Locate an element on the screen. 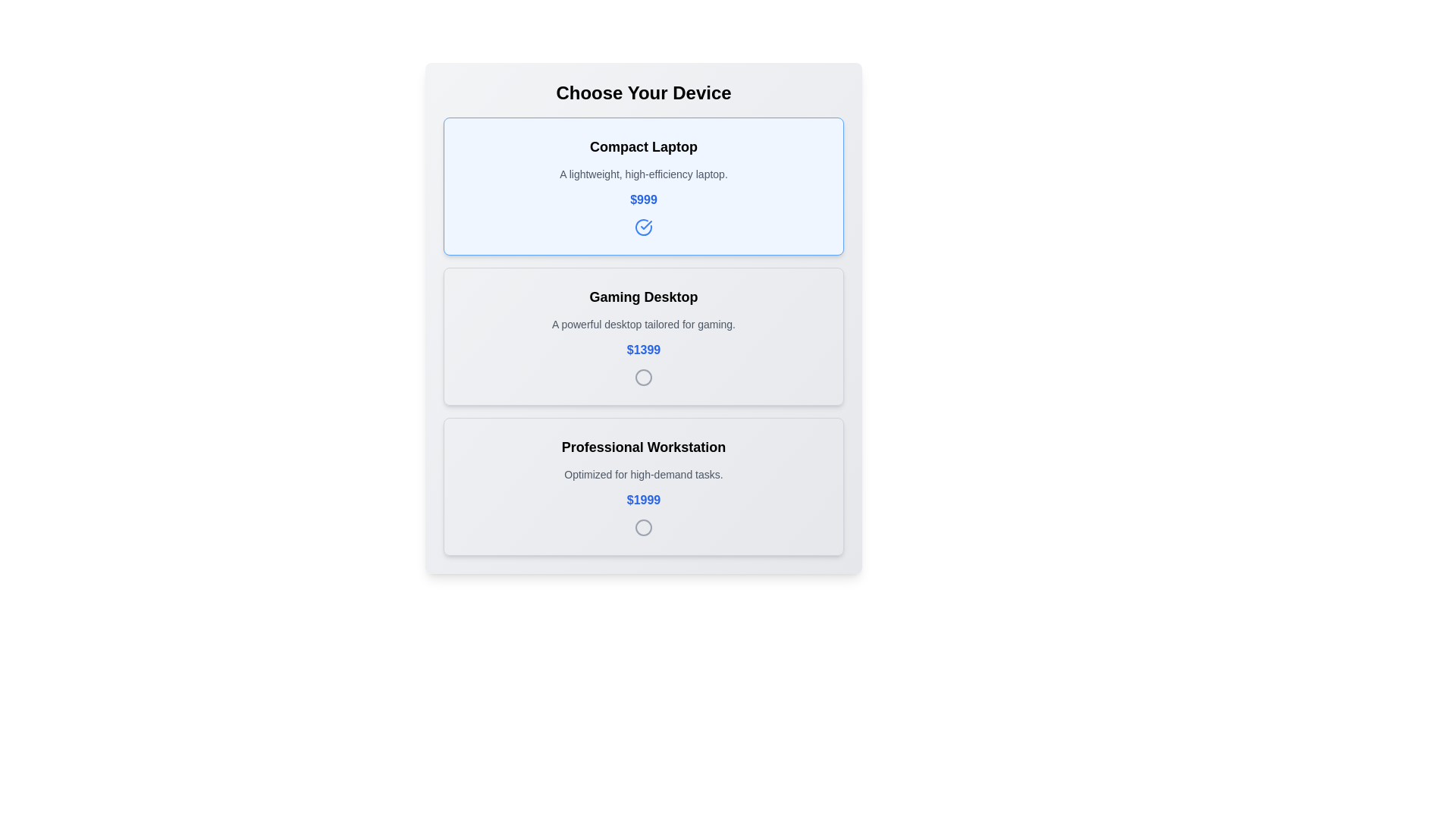  the circular icon located beneath the price of the 'Professional Workstation' option, which has a light gray circular border and empty interior is located at coordinates (644, 526).